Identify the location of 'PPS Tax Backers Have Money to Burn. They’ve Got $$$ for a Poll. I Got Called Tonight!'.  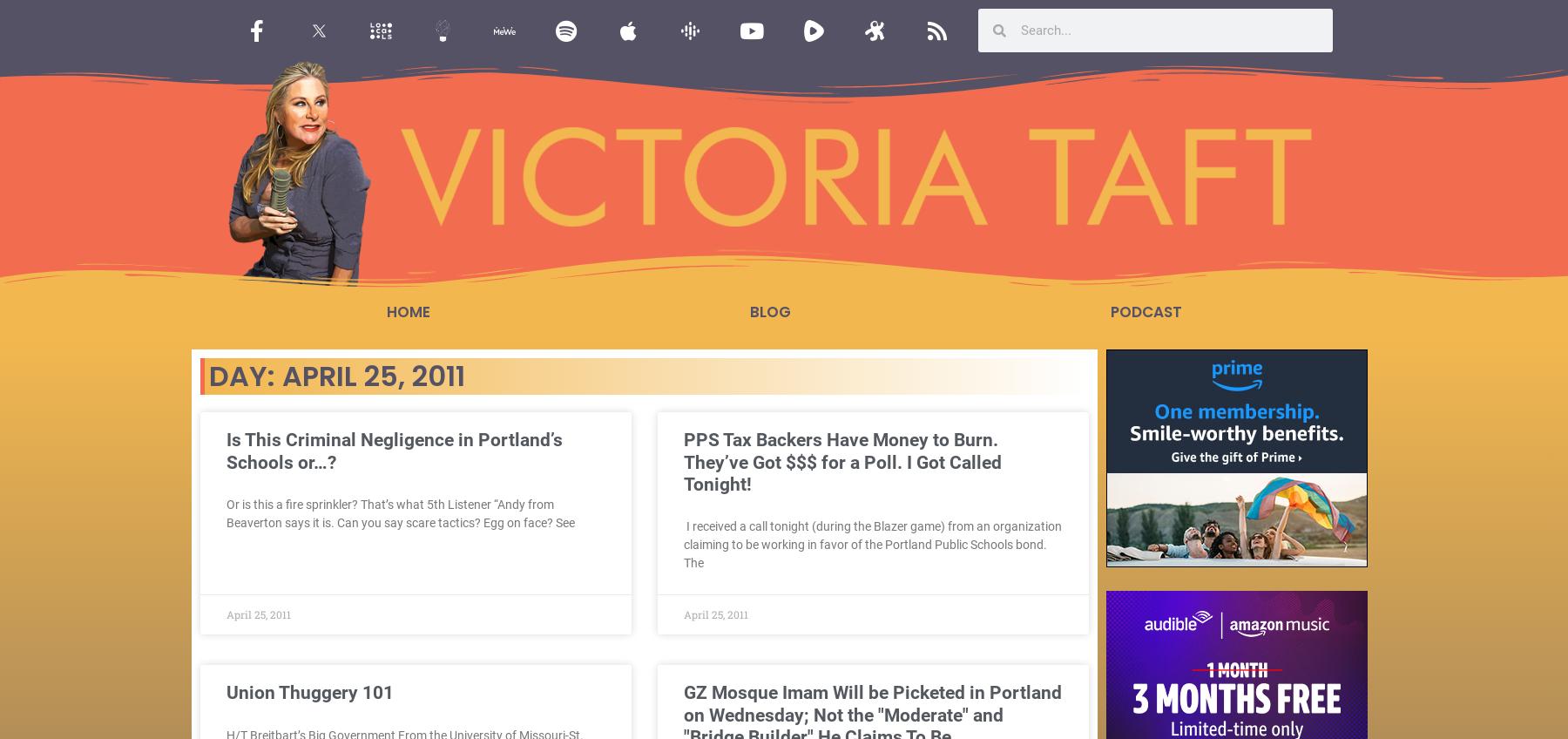
(841, 462).